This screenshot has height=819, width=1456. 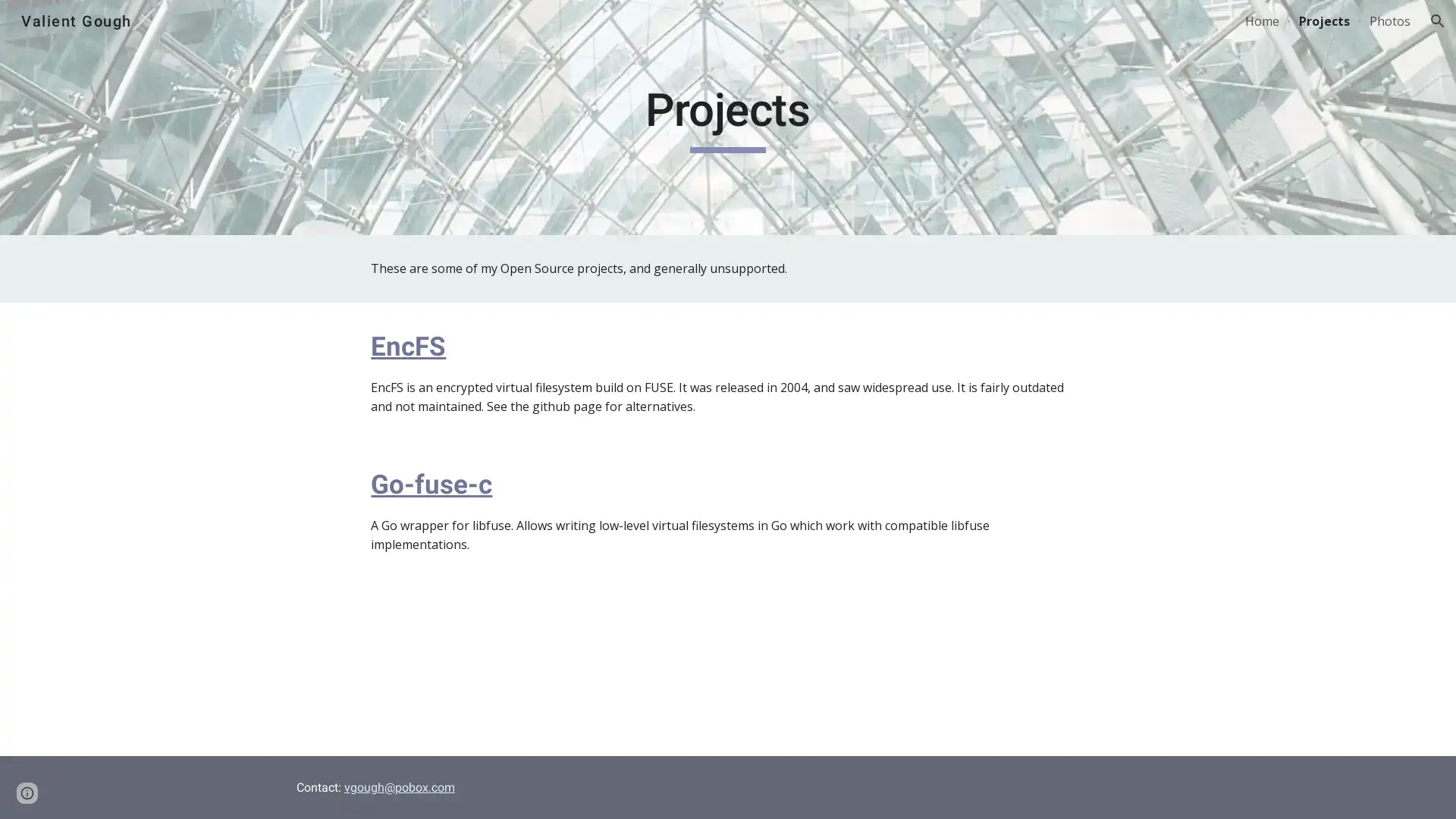 I want to click on Skip to main content, so click(x=597, y=28).